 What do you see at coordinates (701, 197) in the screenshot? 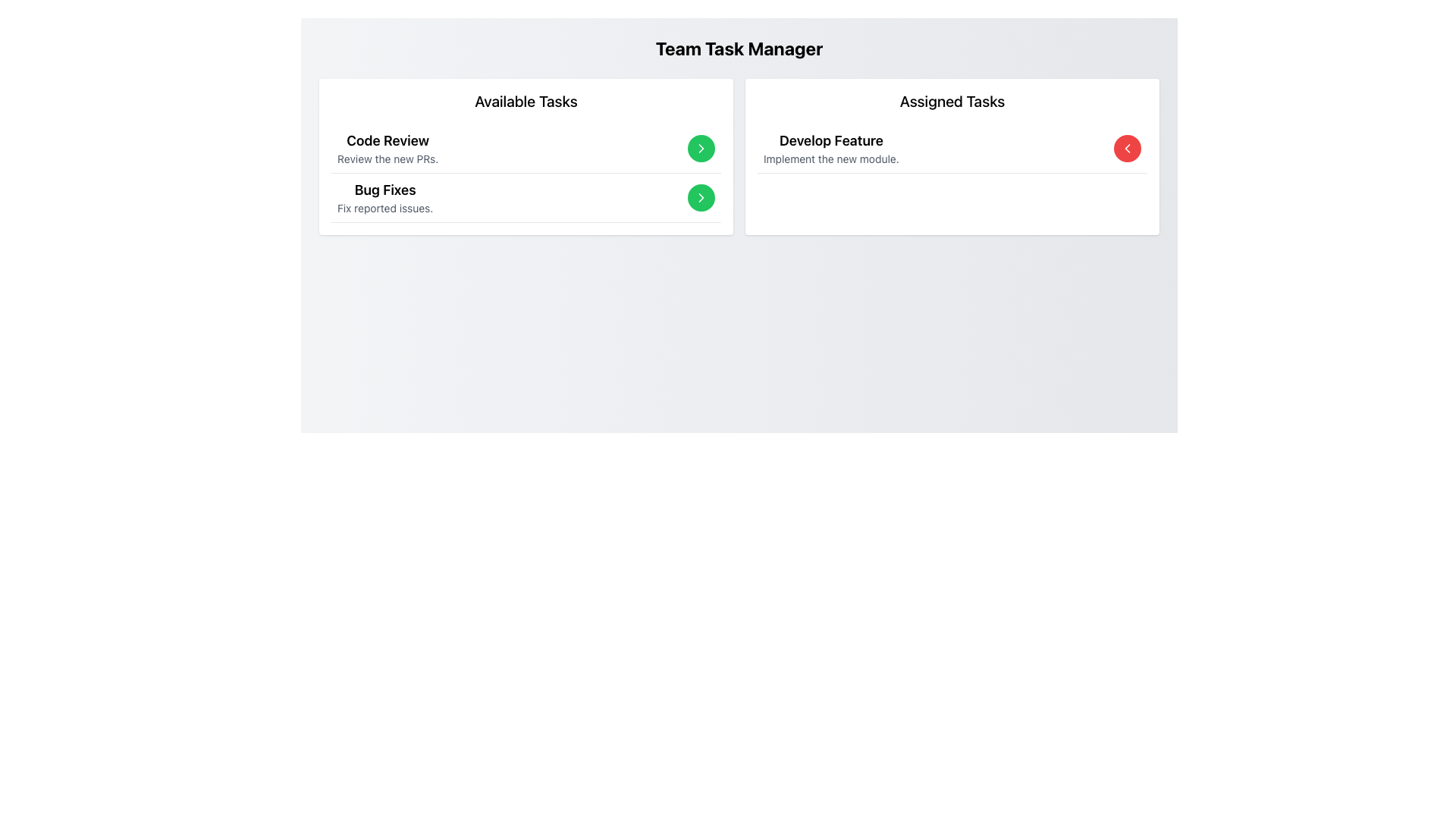
I see `the circular green button with a white right-facing chevron icon in the 'Available Tasks' section` at bounding box center [701, 197].